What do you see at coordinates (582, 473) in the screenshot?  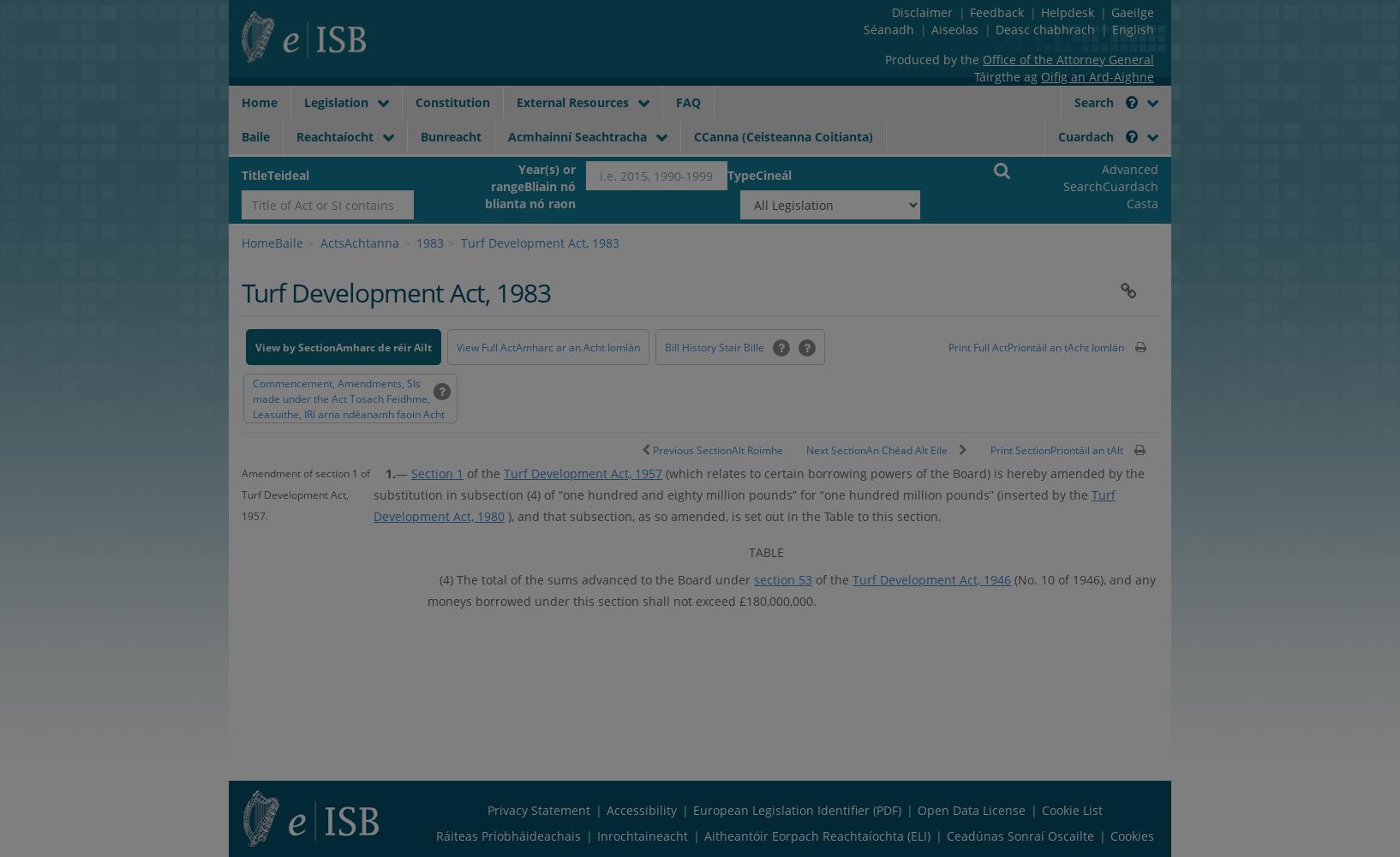 I see `'Turf Development Act, 1957'` at bounding box center [582, 473].